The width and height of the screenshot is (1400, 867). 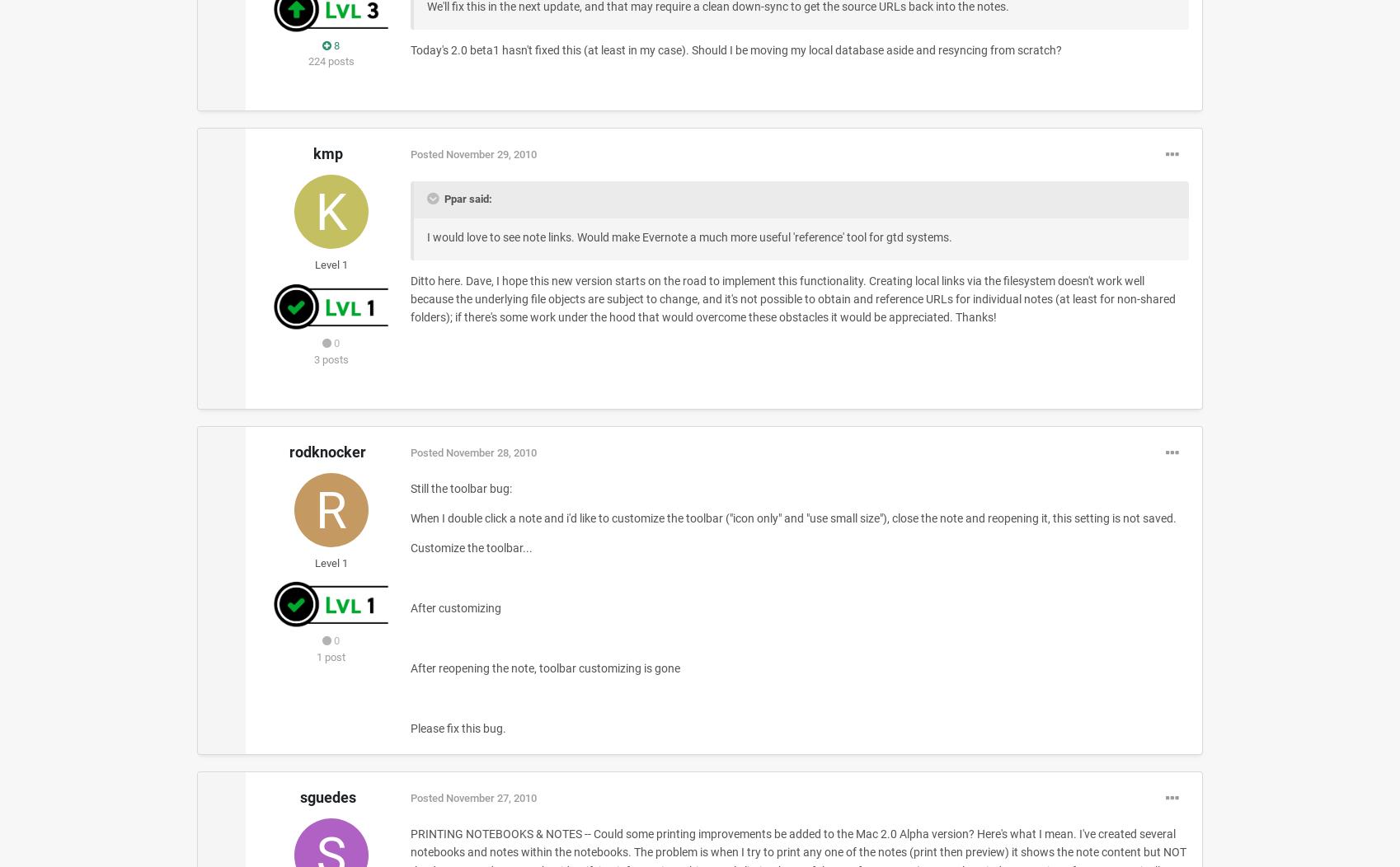 I want to click on '1 post', so click(x=316, y=656).